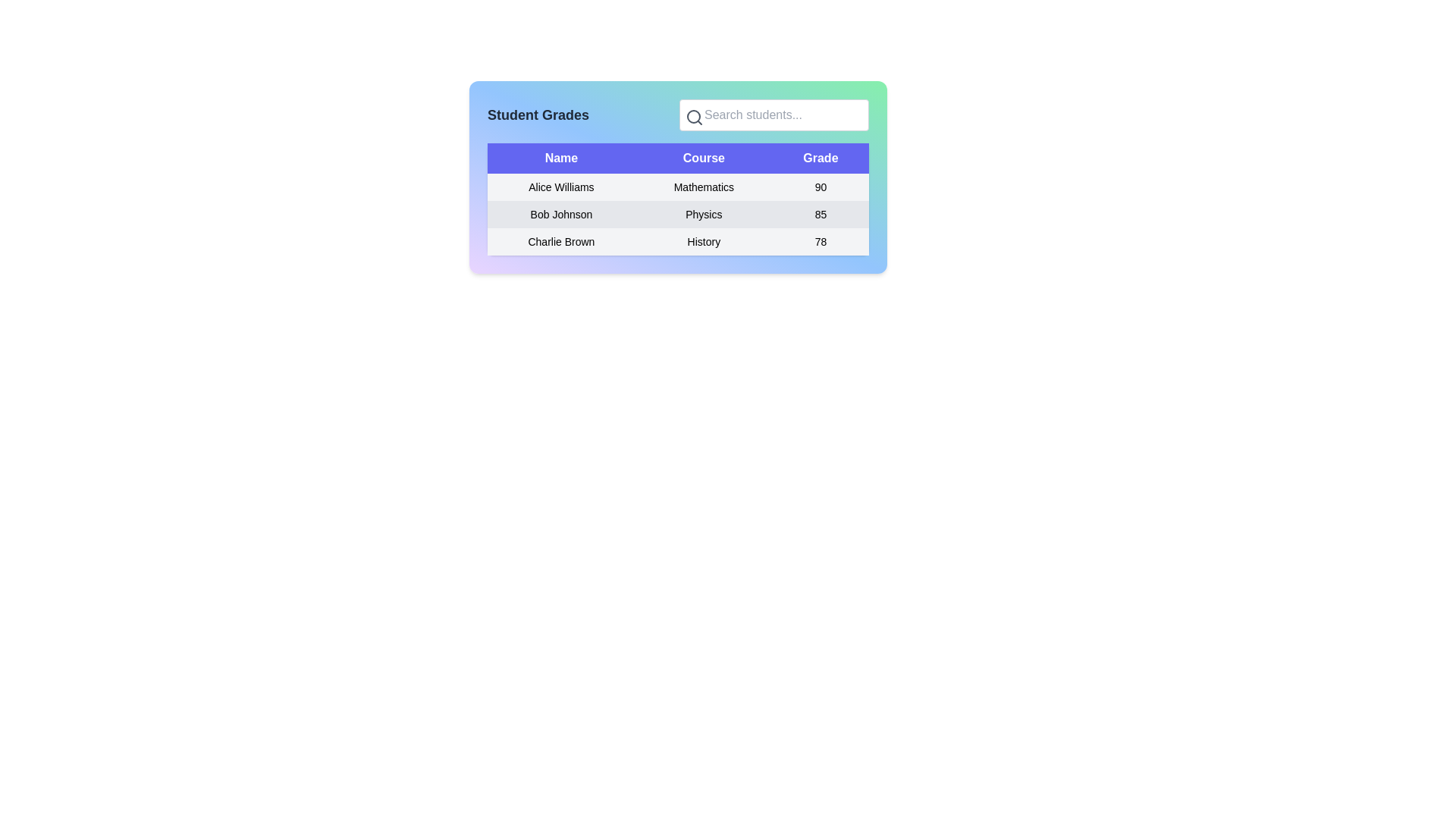  I want to click on the text label displaying 'Bob Johnson' in the 'Name' column of the table, positioned in the second row, so click(560, 214).